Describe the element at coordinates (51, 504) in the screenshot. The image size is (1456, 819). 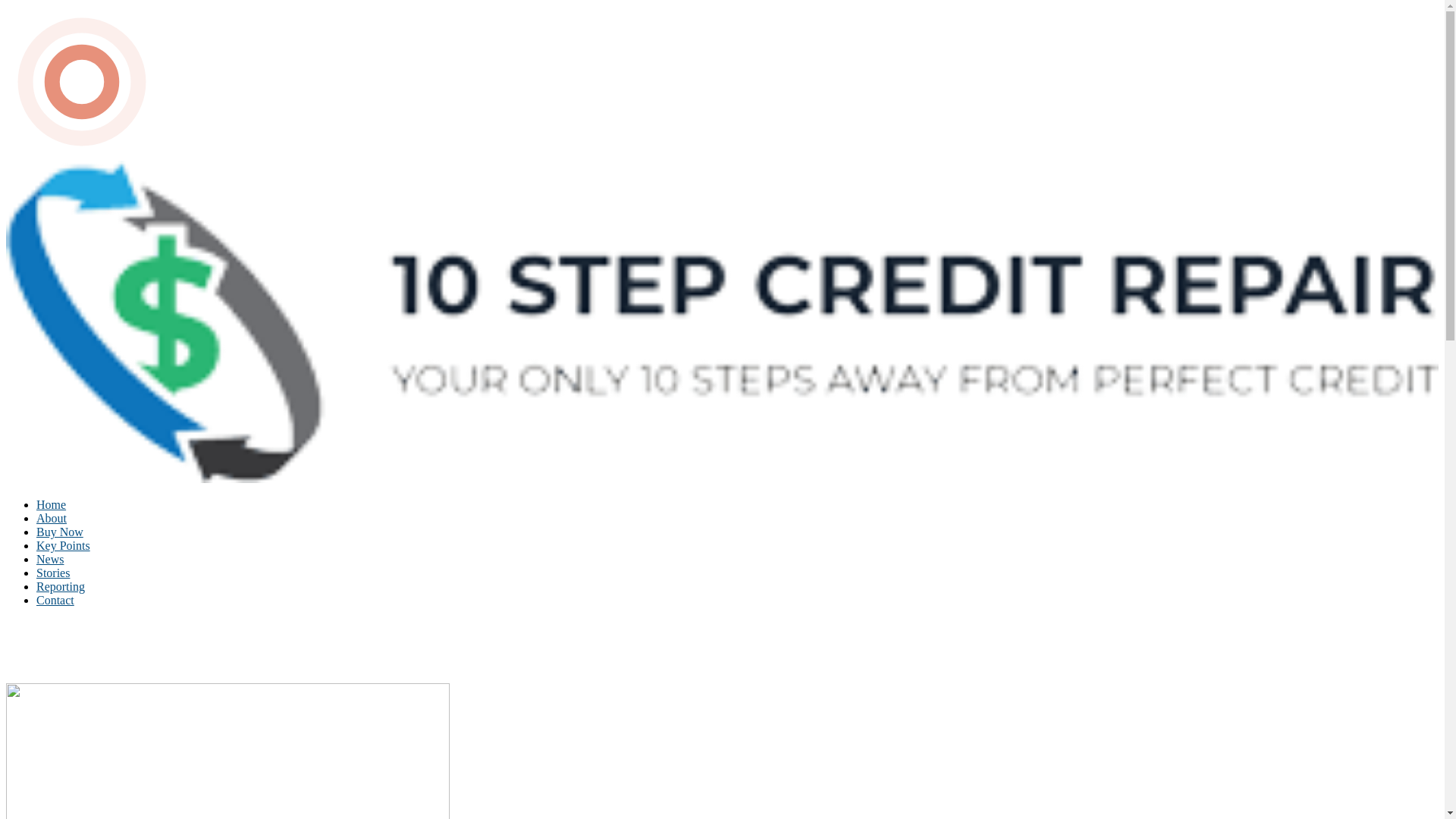
I see `'Home'` at that location.